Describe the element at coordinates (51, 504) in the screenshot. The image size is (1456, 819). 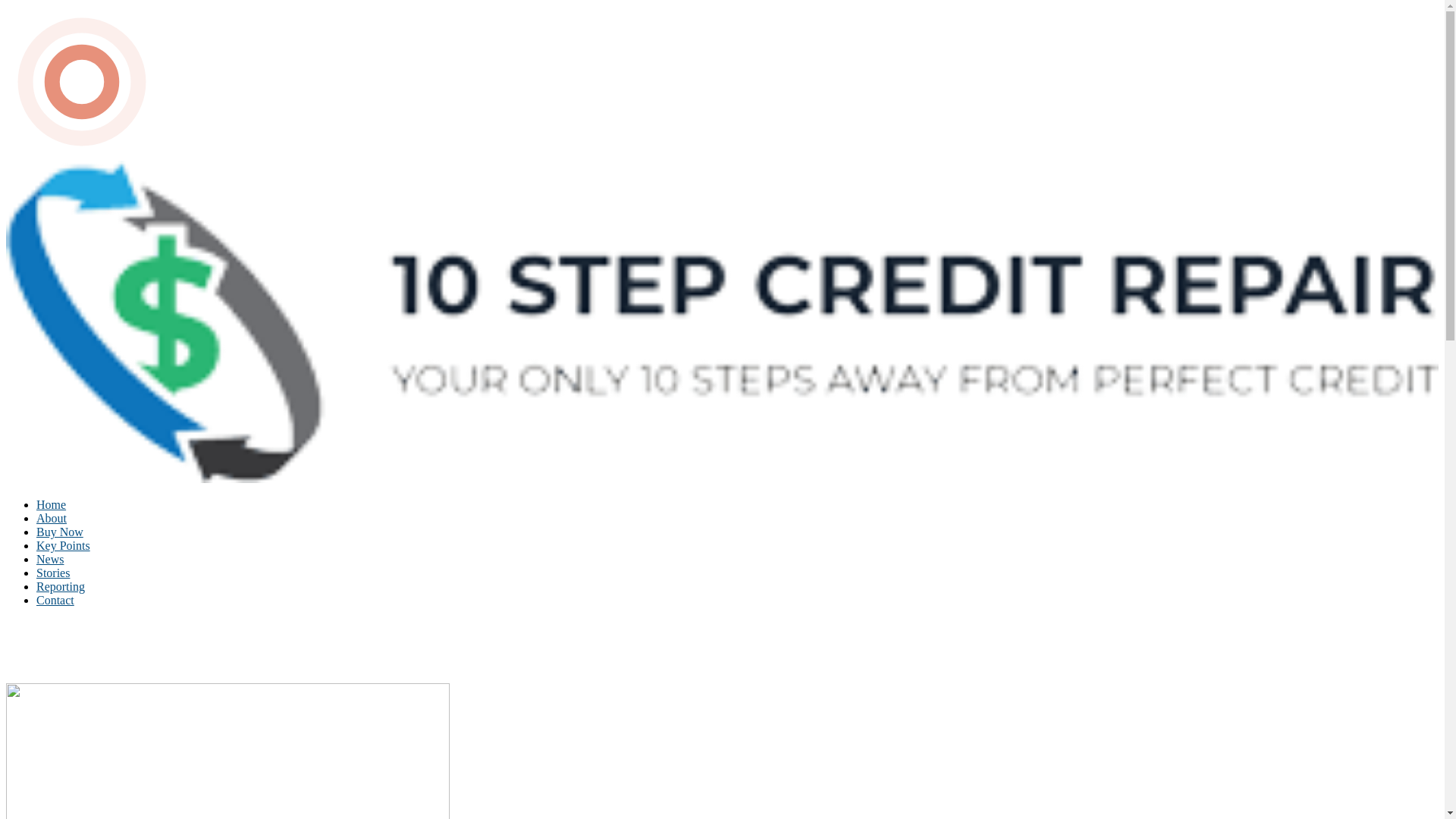
I see `'Home'` at that location.